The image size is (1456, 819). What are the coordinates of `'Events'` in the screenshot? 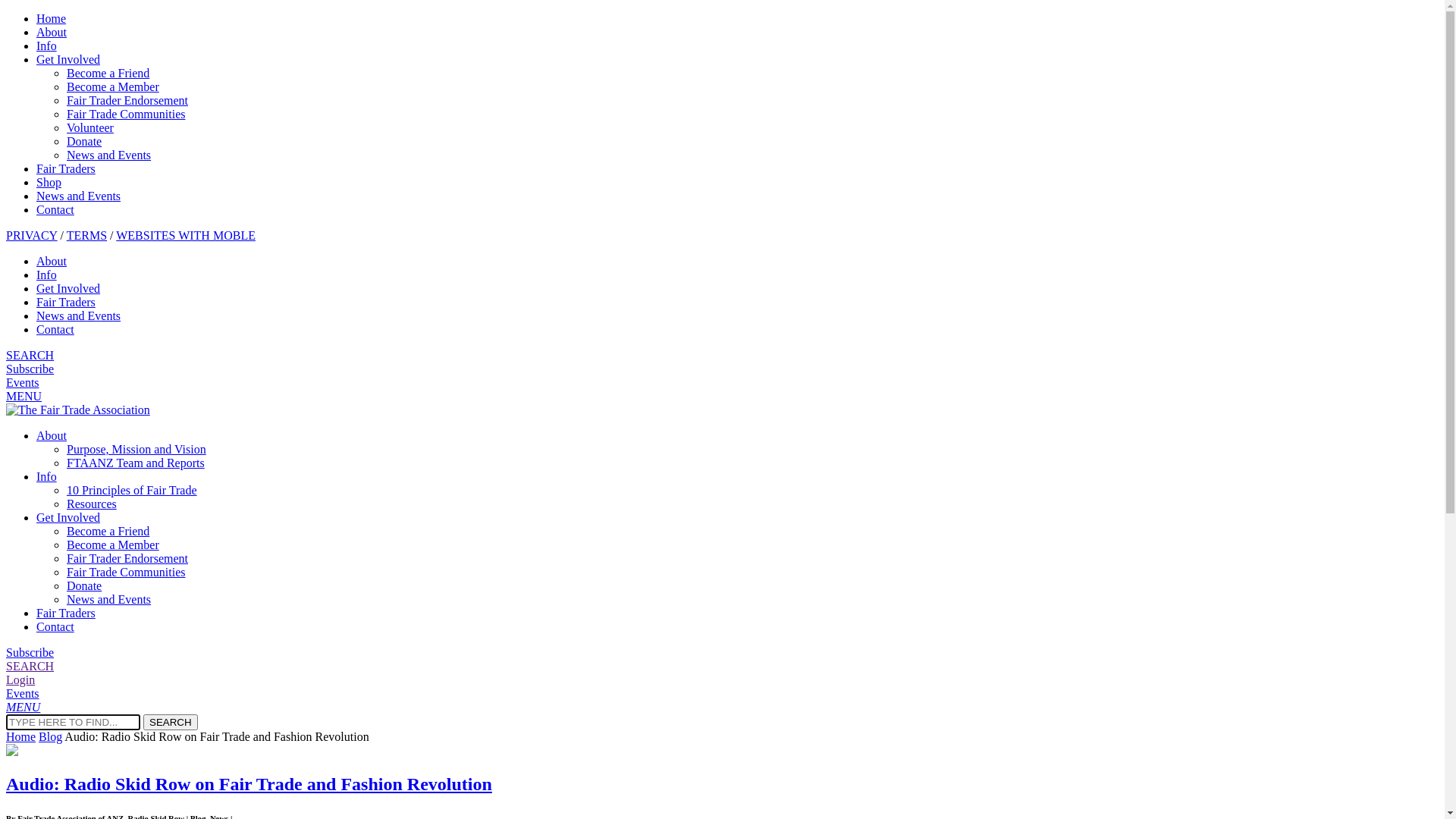 It's located at (22, 381).